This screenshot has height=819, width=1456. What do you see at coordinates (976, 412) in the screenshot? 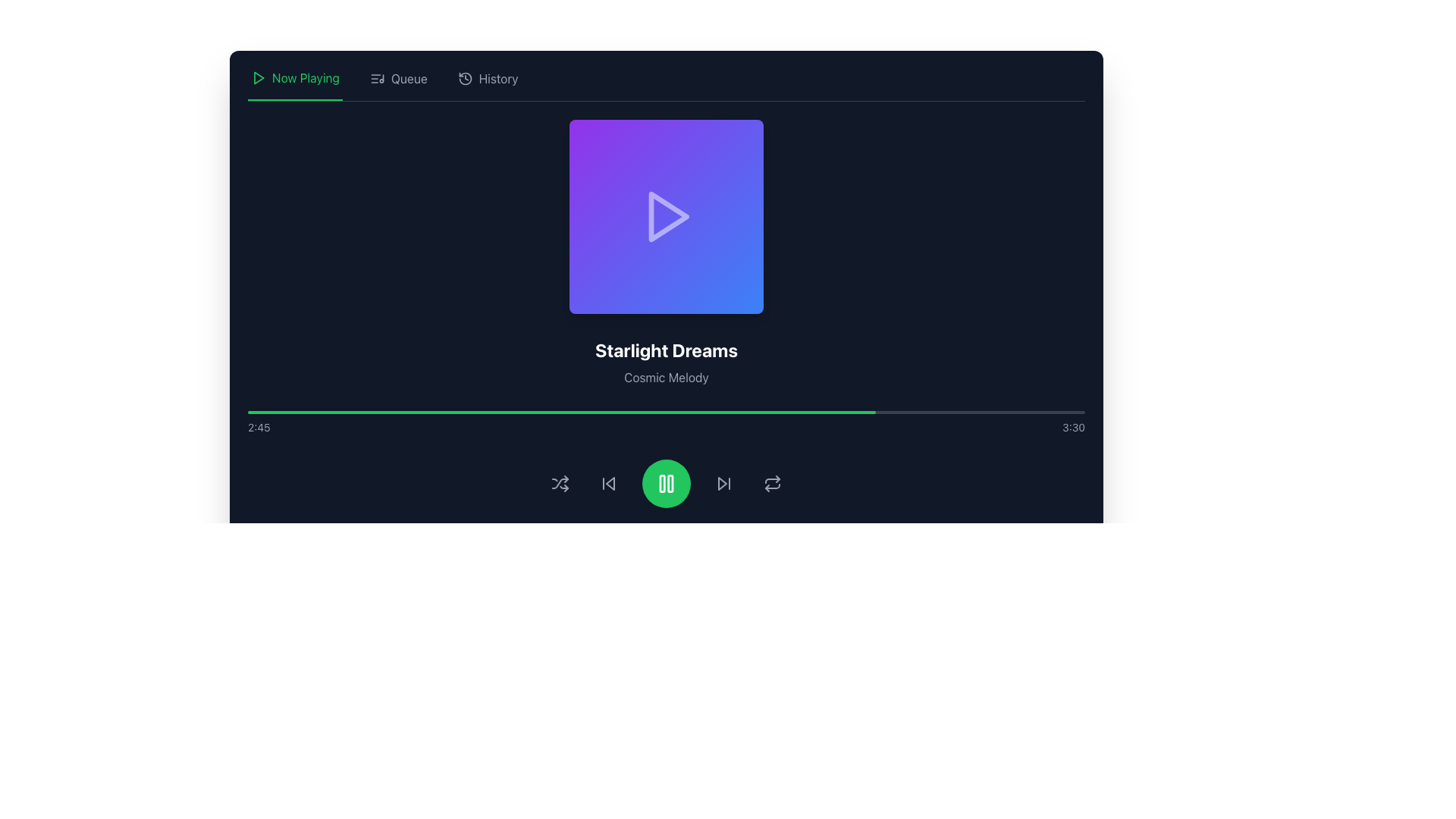
I see `the progress bar` at bounding box center [976, 412].